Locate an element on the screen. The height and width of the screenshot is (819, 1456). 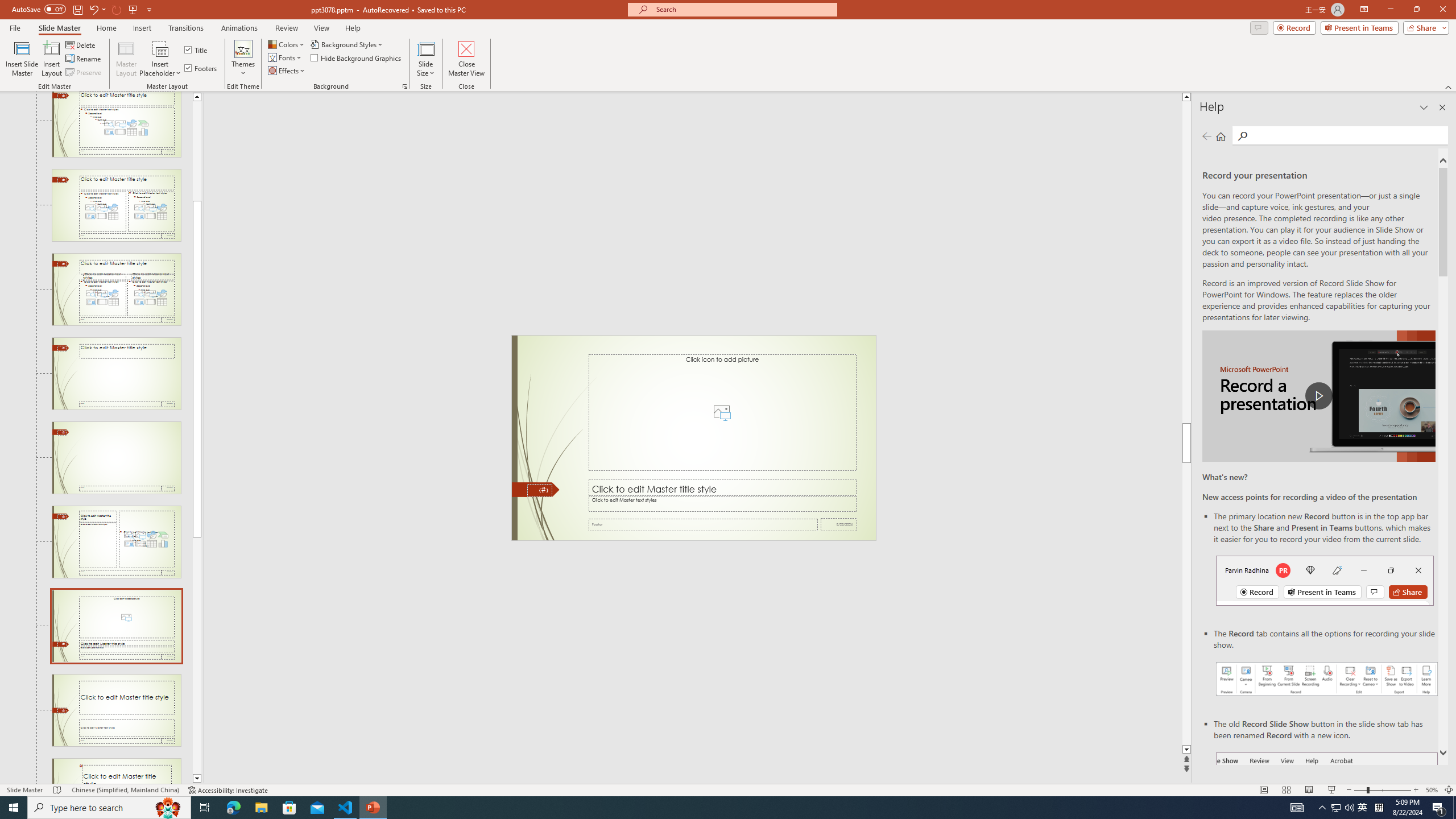
'Slide Number' is located at coordinates (539, 490).